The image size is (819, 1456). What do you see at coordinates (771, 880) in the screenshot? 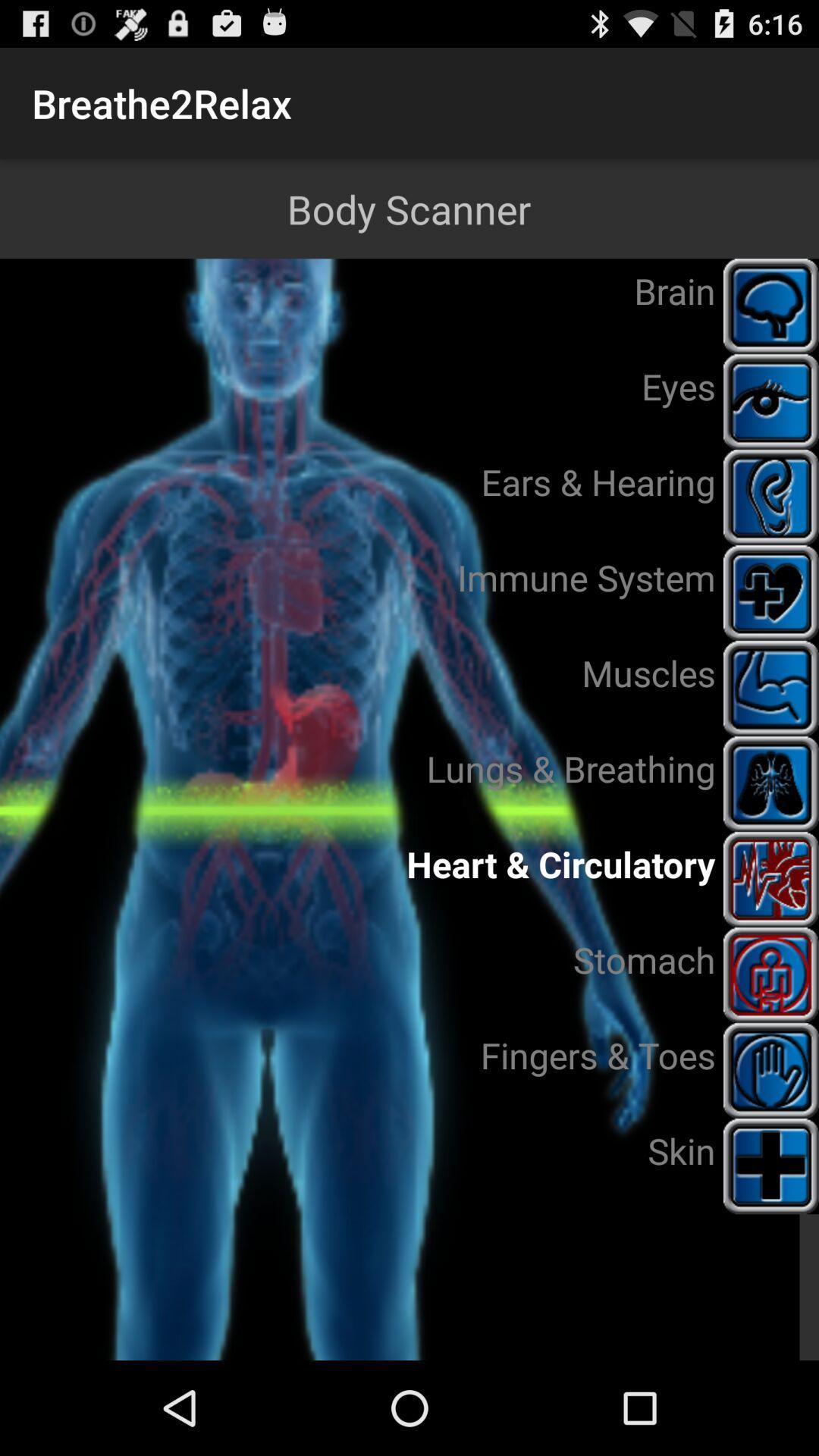
I see `the heart  circulatory icon` at bounding box center [771, 880].